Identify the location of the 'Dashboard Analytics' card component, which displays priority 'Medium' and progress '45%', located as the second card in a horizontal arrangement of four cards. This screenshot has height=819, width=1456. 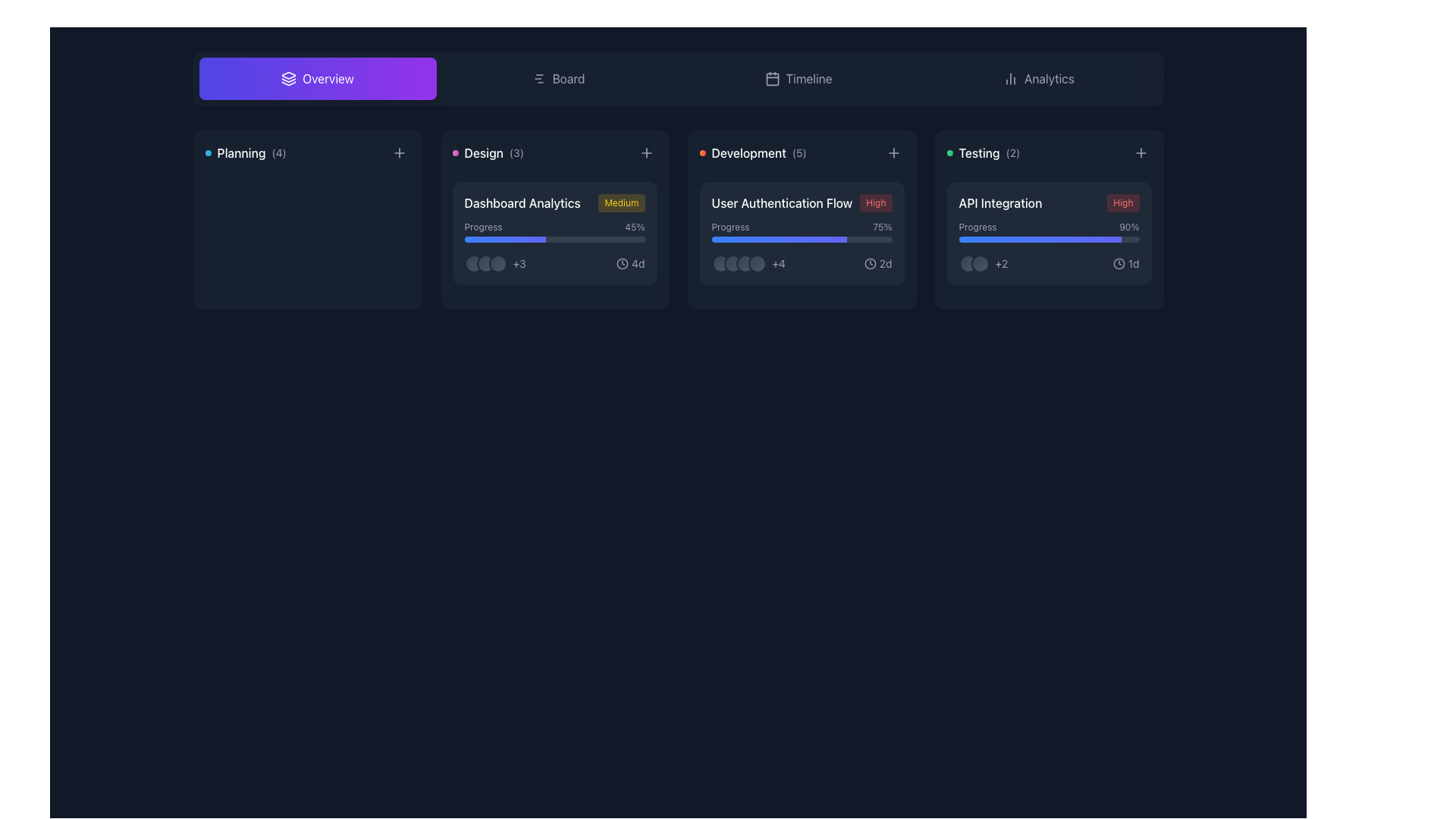
(554, 219).